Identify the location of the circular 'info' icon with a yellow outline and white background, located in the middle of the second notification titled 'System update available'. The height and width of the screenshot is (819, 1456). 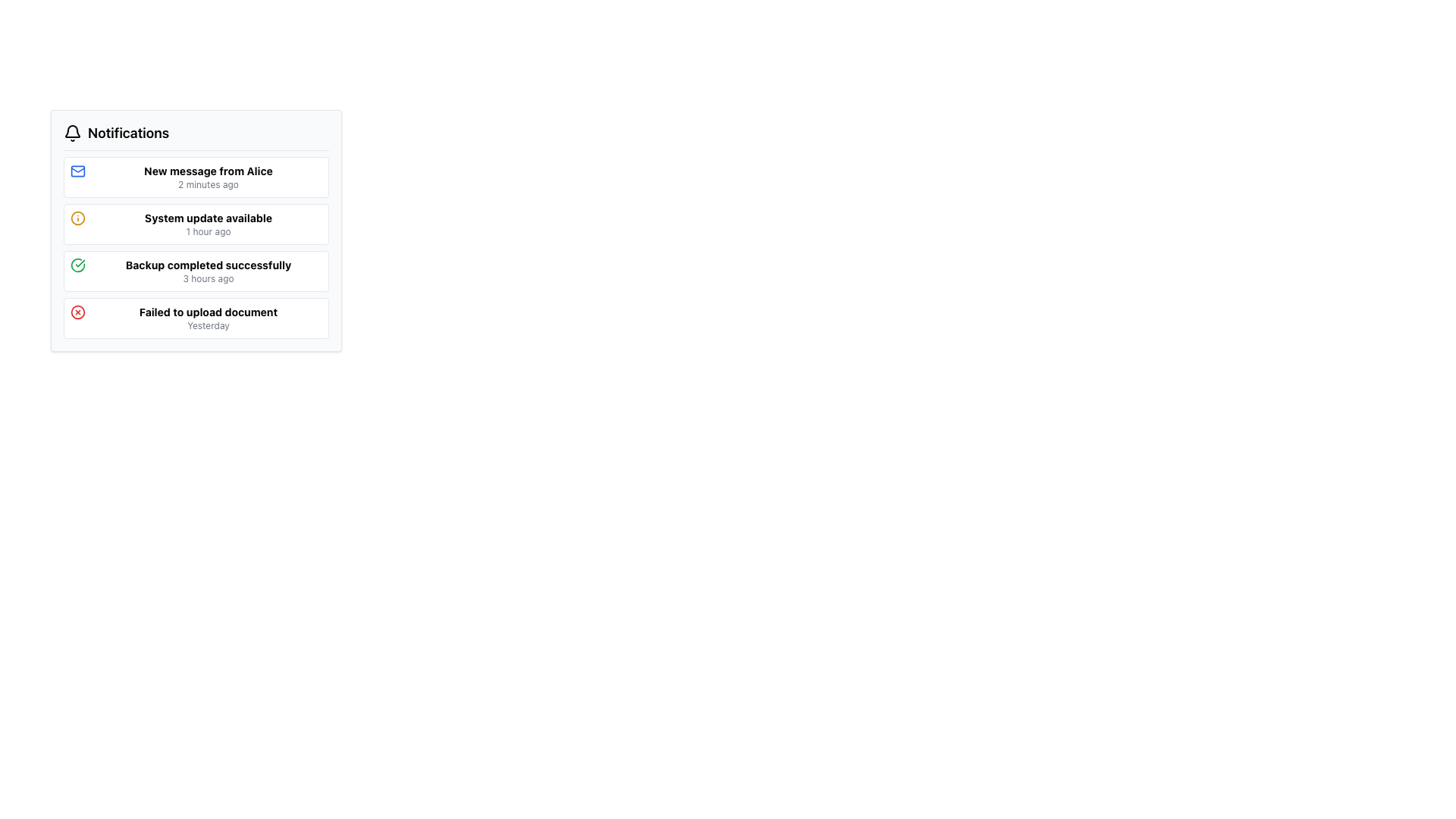
(77, 218).